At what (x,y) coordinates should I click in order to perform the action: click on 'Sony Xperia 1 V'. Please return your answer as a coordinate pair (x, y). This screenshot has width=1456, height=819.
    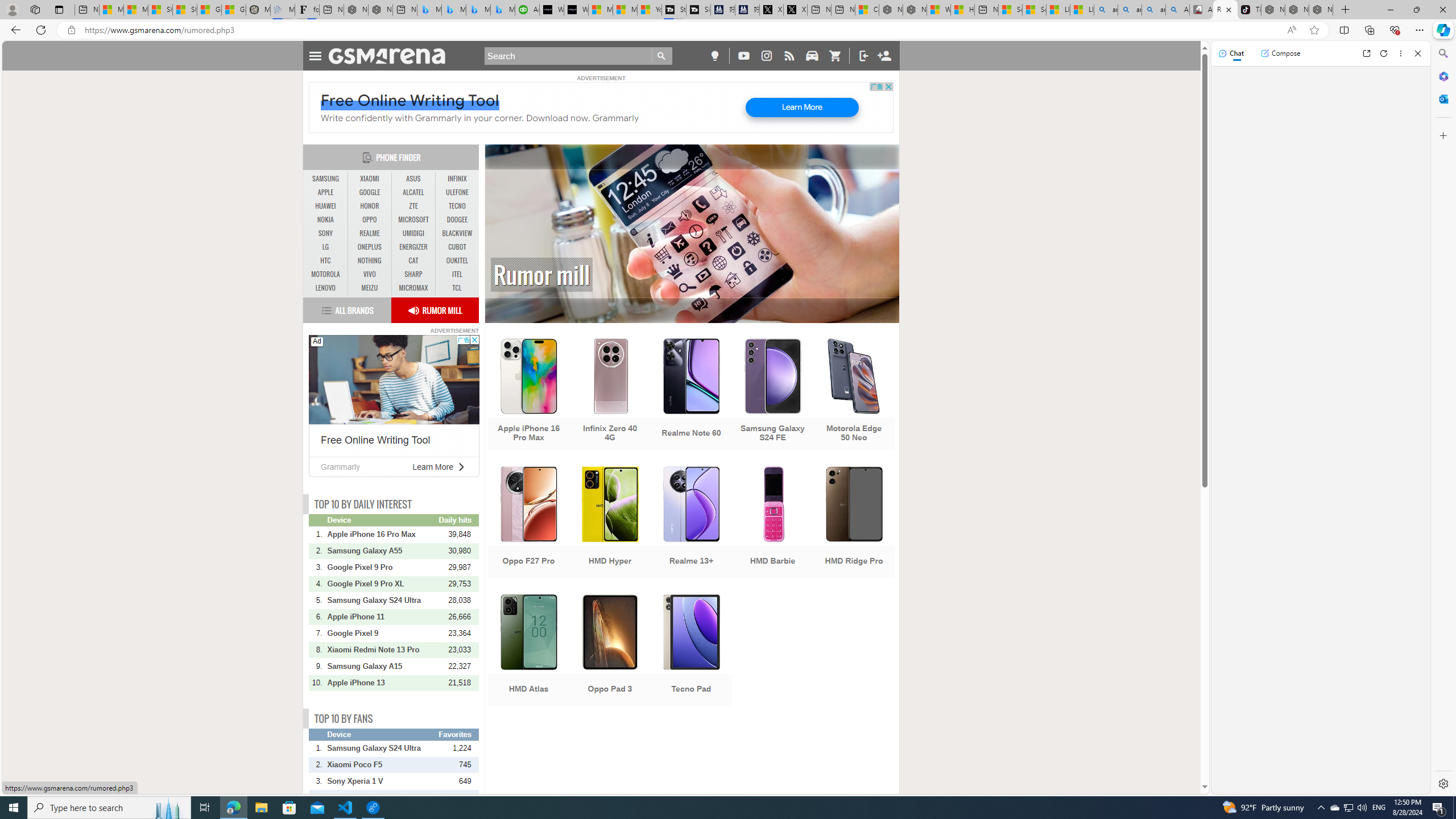
    Looking at the image, I should click on (382, 780).